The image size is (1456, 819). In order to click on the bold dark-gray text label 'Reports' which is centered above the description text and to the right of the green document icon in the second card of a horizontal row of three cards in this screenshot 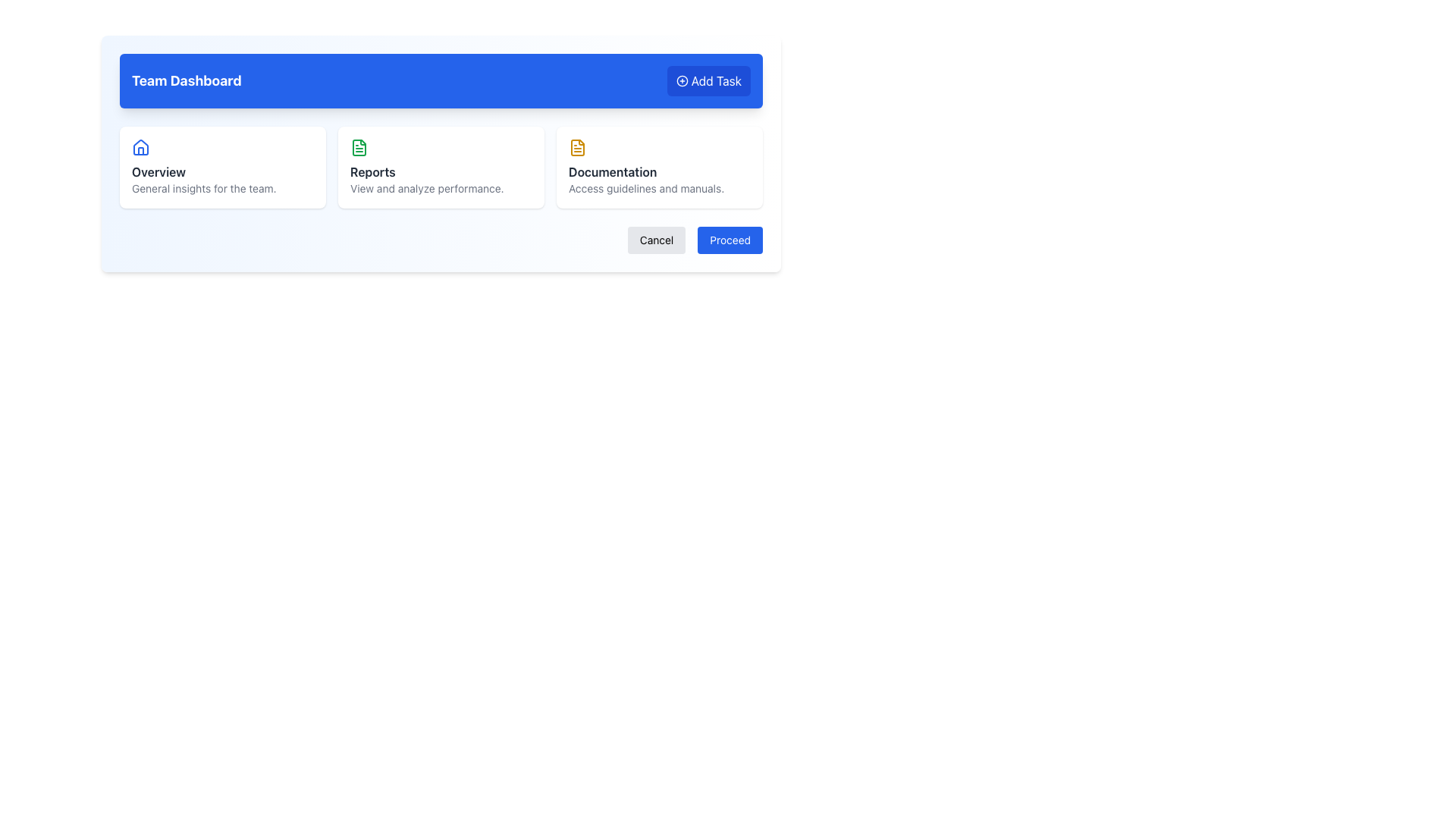, I will do `click(372, 171)`.